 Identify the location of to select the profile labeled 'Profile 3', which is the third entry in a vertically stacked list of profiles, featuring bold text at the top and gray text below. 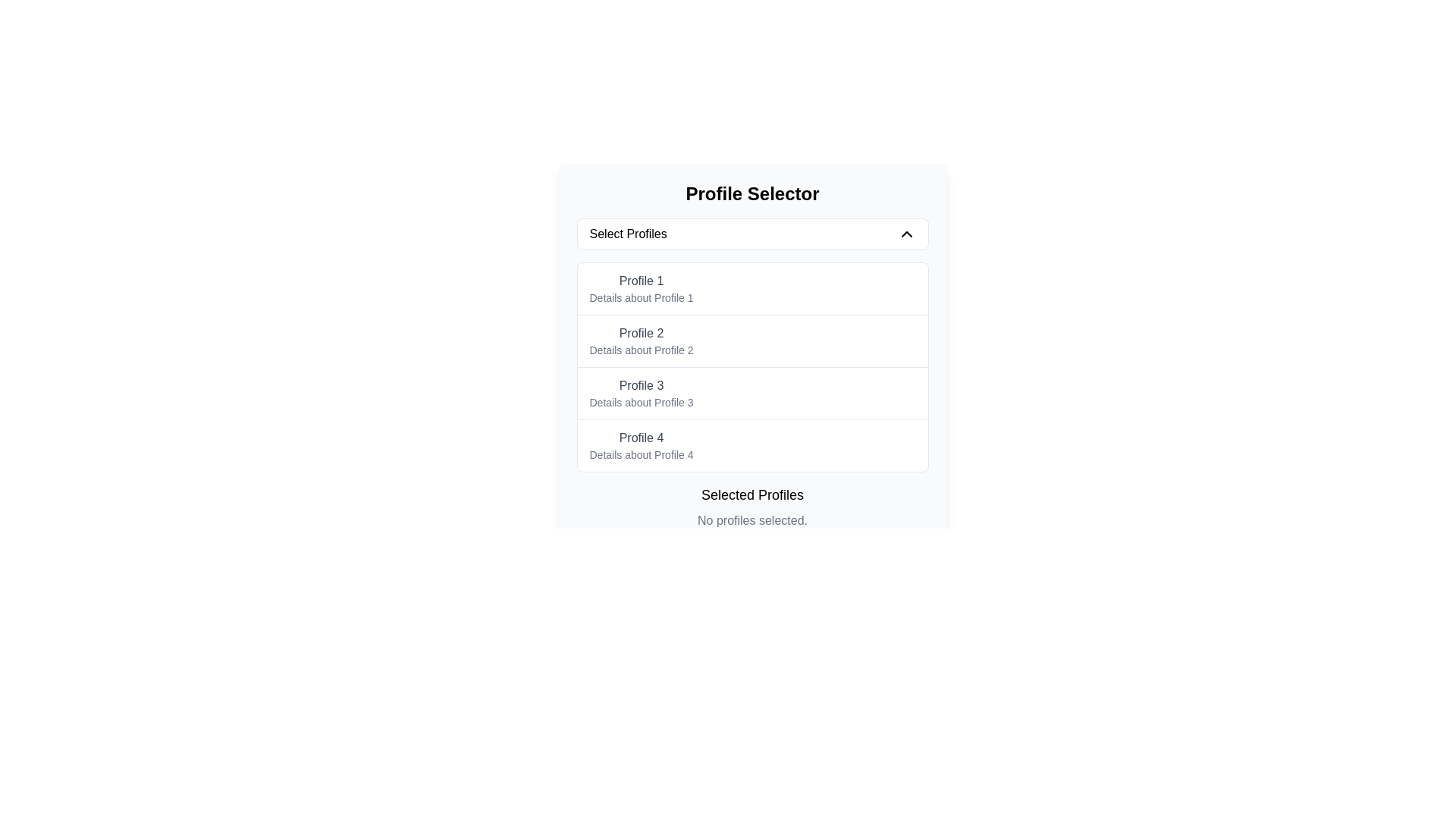
(641, 393).